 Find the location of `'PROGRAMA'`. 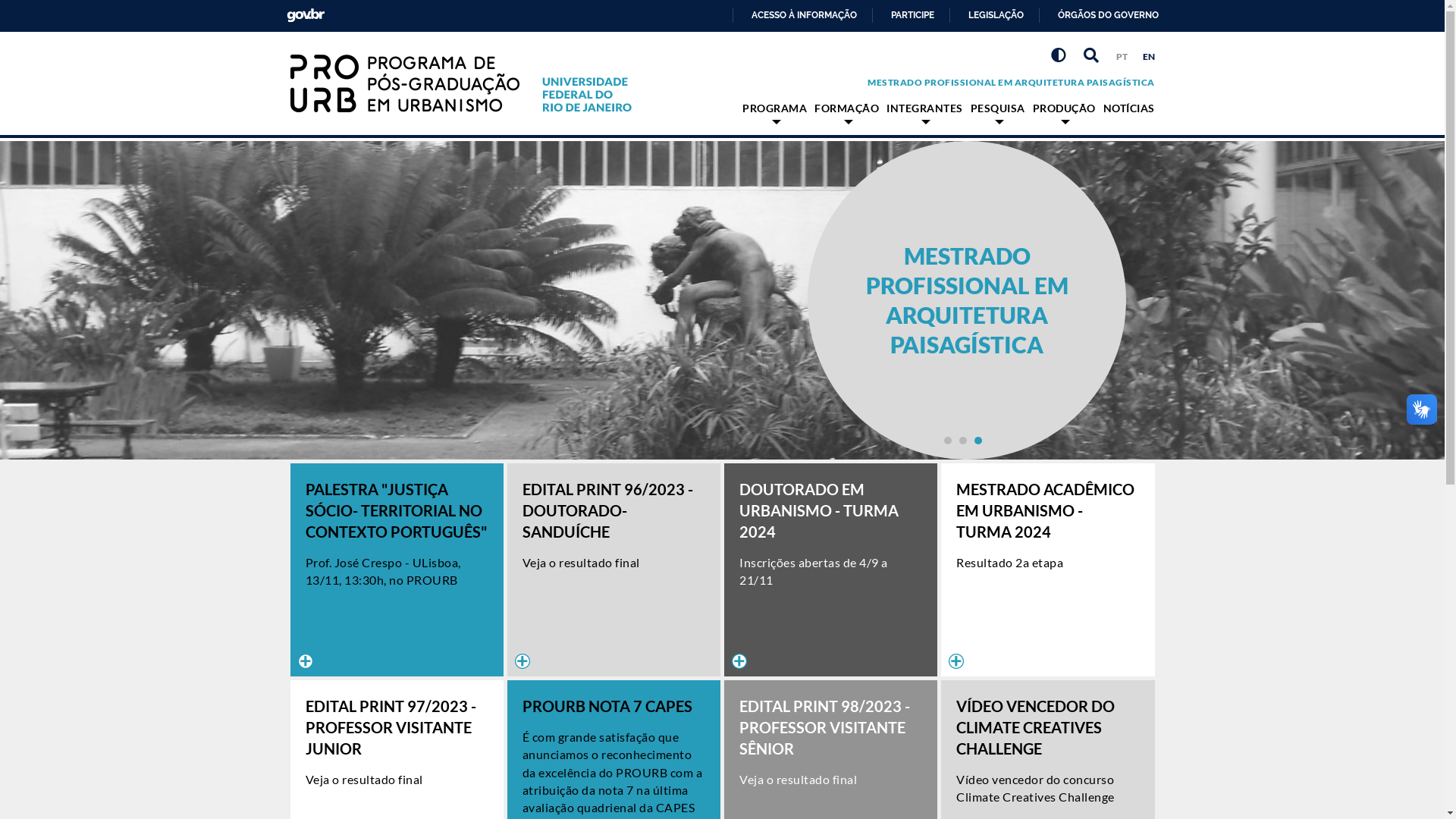

'PROGRAMA' is located at coordinates (774, 111).